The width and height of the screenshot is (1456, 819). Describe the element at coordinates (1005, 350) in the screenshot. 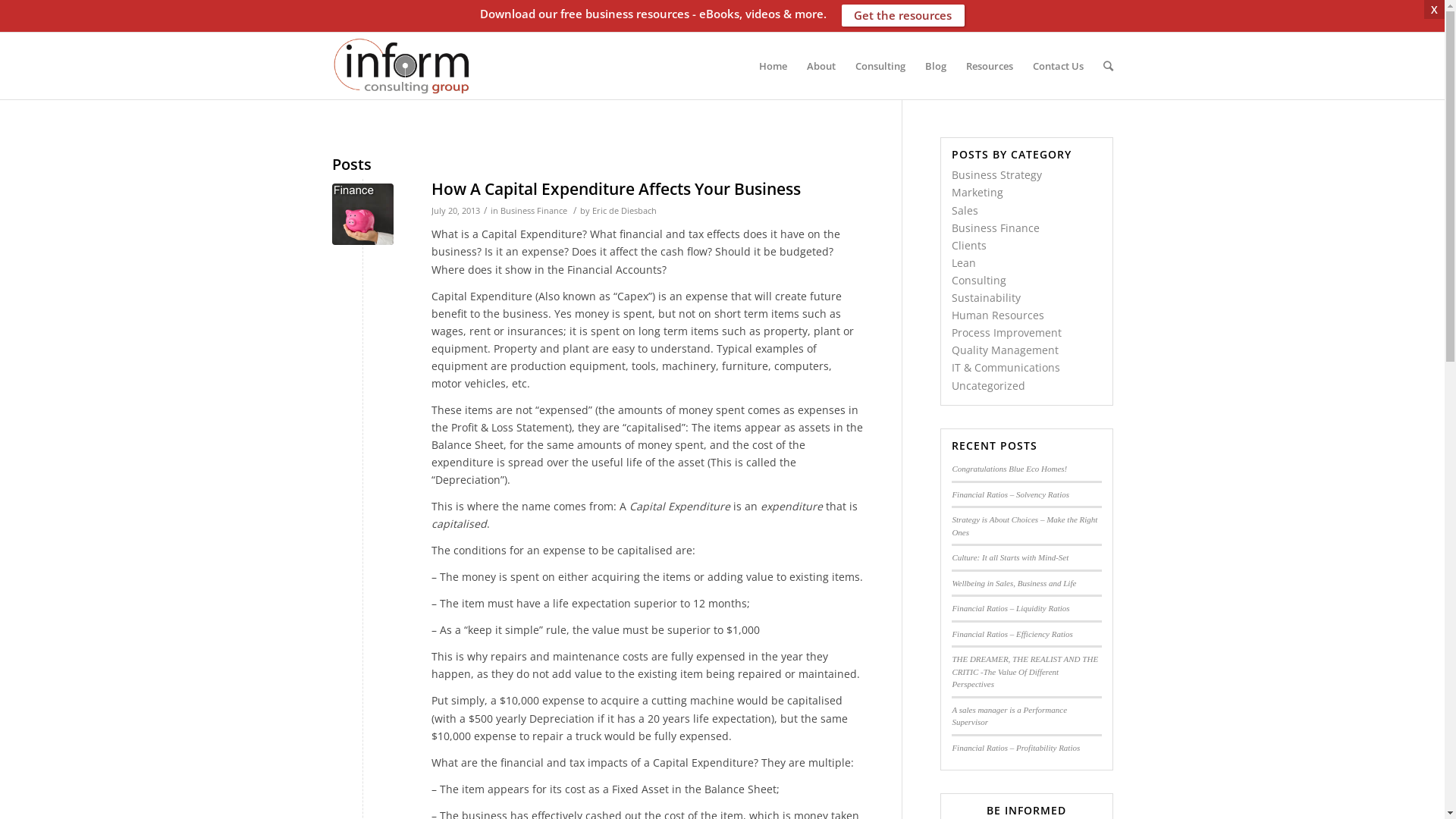

I see `'Quality Management'` at that location.